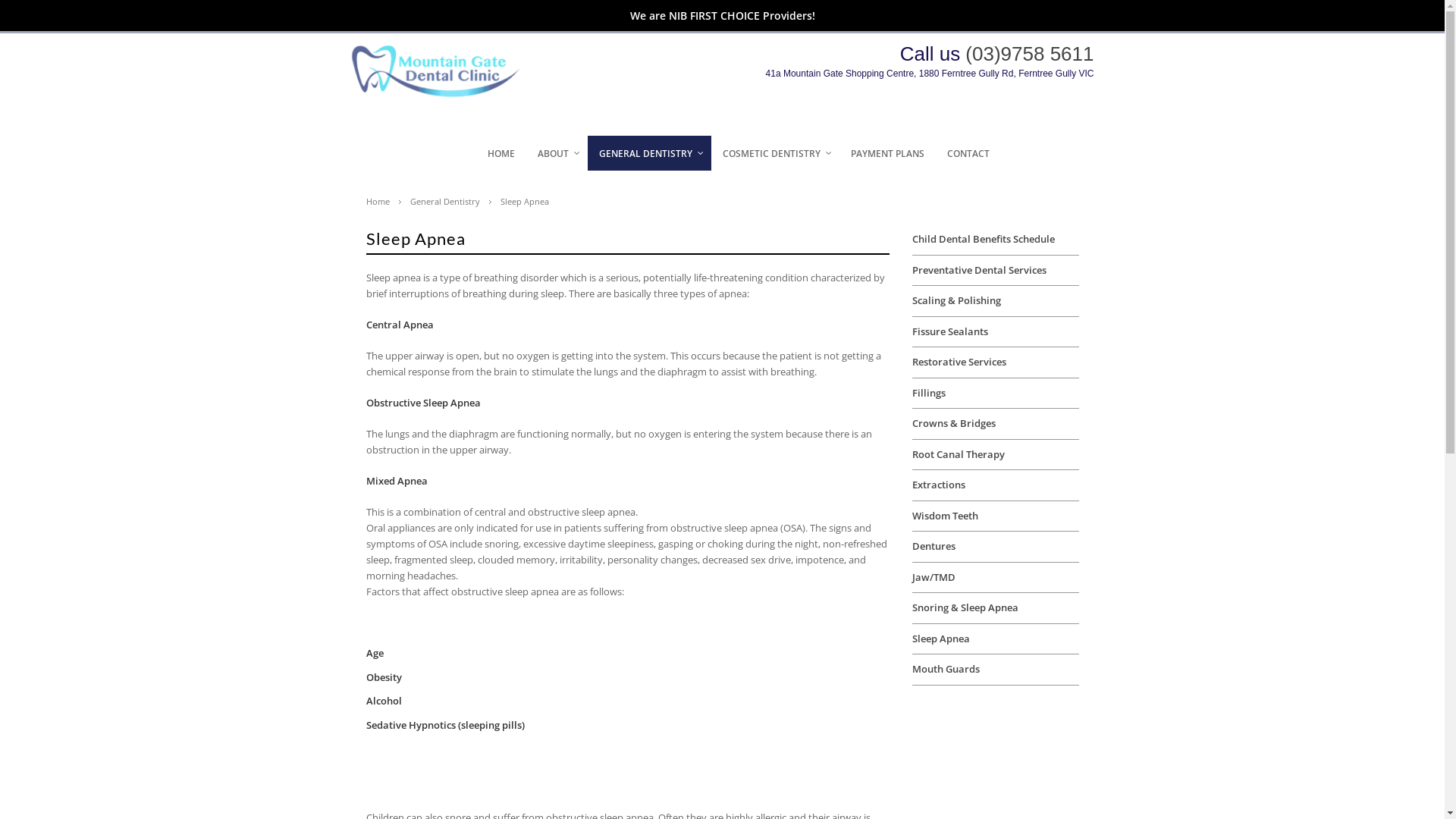  I want to click on 'MG Dental Clinic', so click(443, 93).